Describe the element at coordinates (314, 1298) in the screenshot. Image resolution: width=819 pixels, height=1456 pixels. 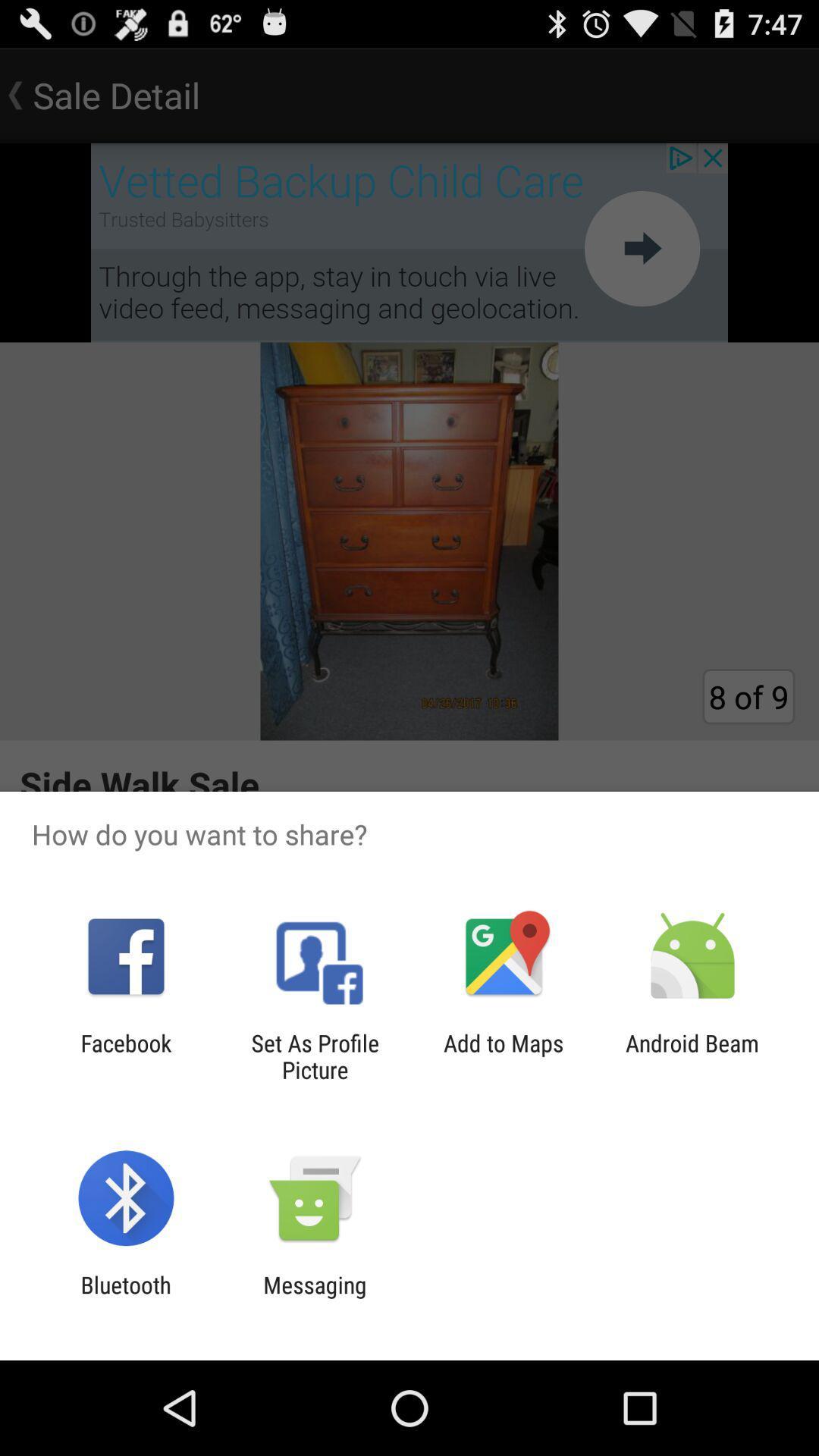
I see `the messaging icon` at that location.